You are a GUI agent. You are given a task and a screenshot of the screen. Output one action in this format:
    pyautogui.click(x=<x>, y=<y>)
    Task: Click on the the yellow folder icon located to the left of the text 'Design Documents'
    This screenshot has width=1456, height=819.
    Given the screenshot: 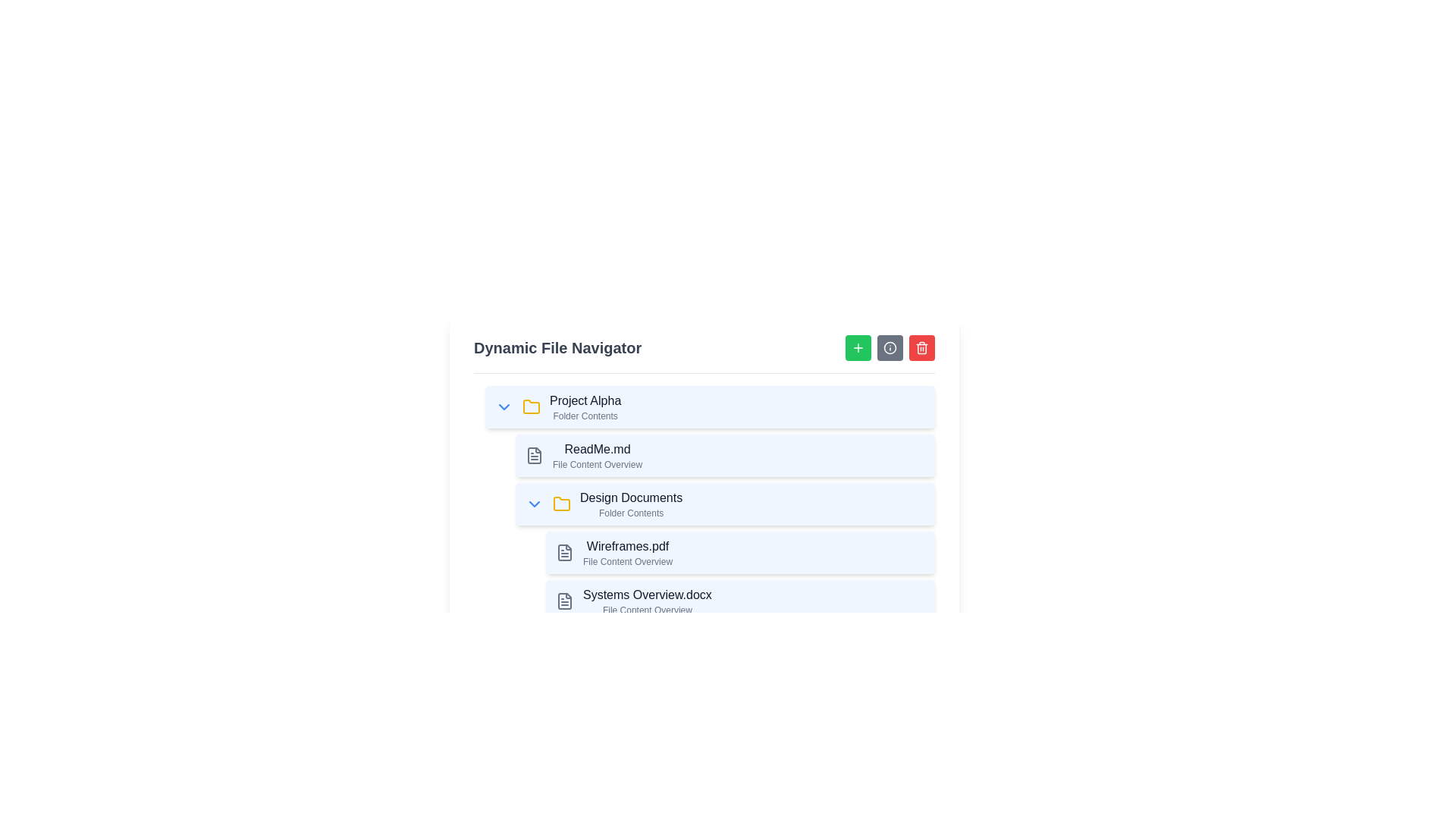 What is the action you would take?
    pyautogui.click(x=560, y=503)
    